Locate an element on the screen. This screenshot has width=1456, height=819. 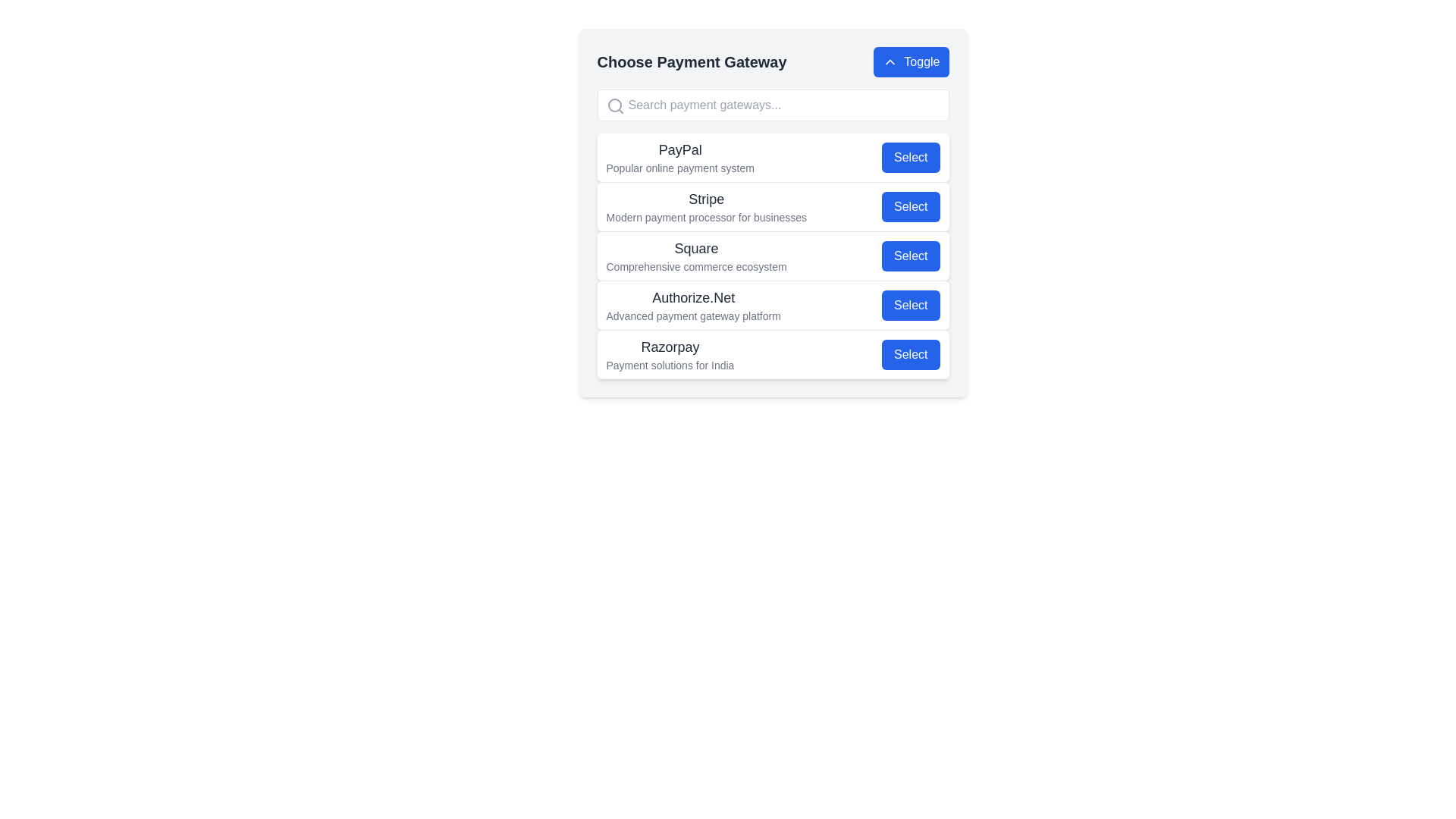
the Razorpay payment gateway button is located at coordinates (910, 354).